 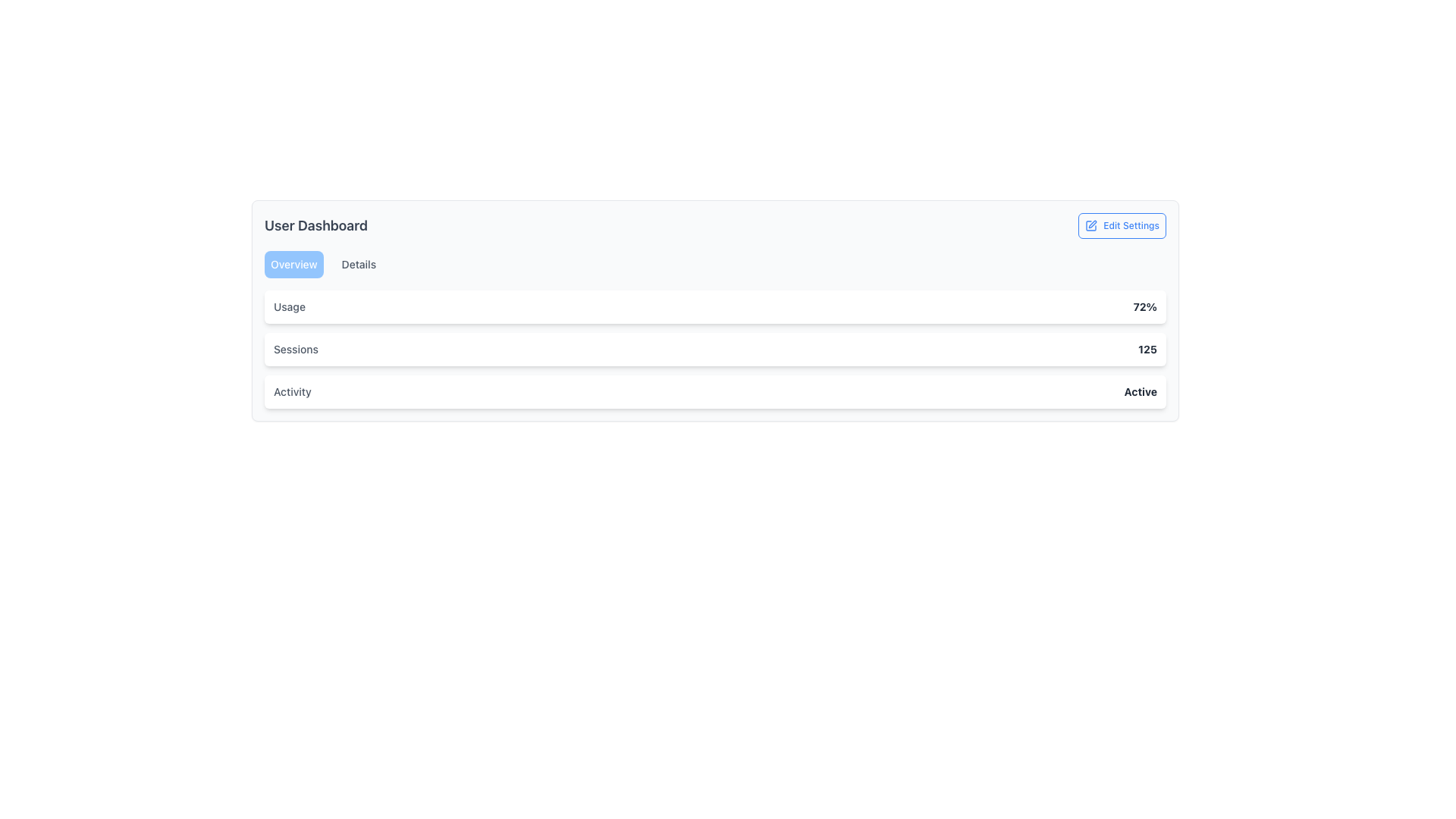 I want to click on the informational card labeled 'Activity' with the word 'Active' in bold on the right side, positioned in the vertical list below 'Usage' and 'Sessions', so click(x=714, y=391).